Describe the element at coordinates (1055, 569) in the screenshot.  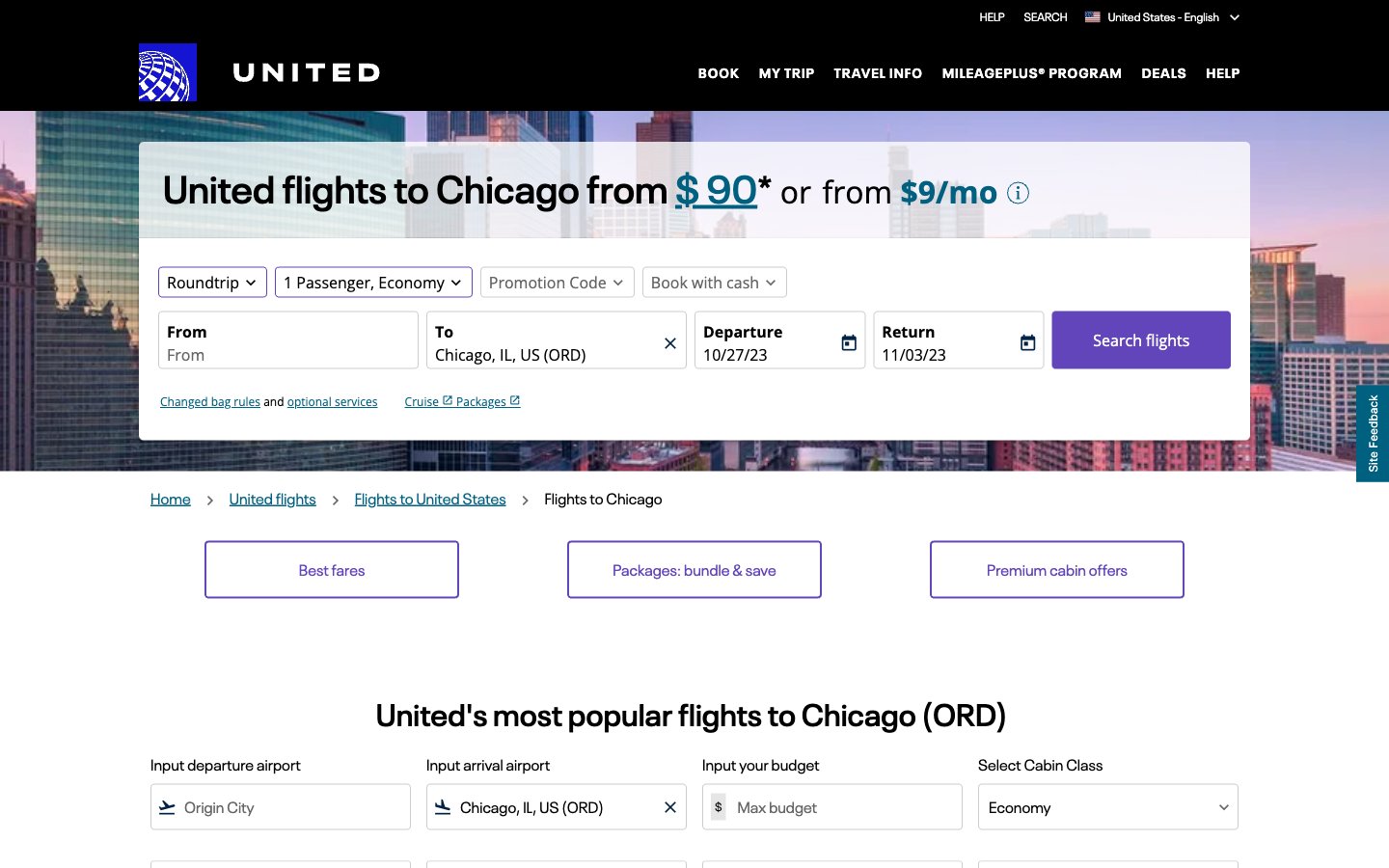
I see `Premium Cabin Promotions` at that location.